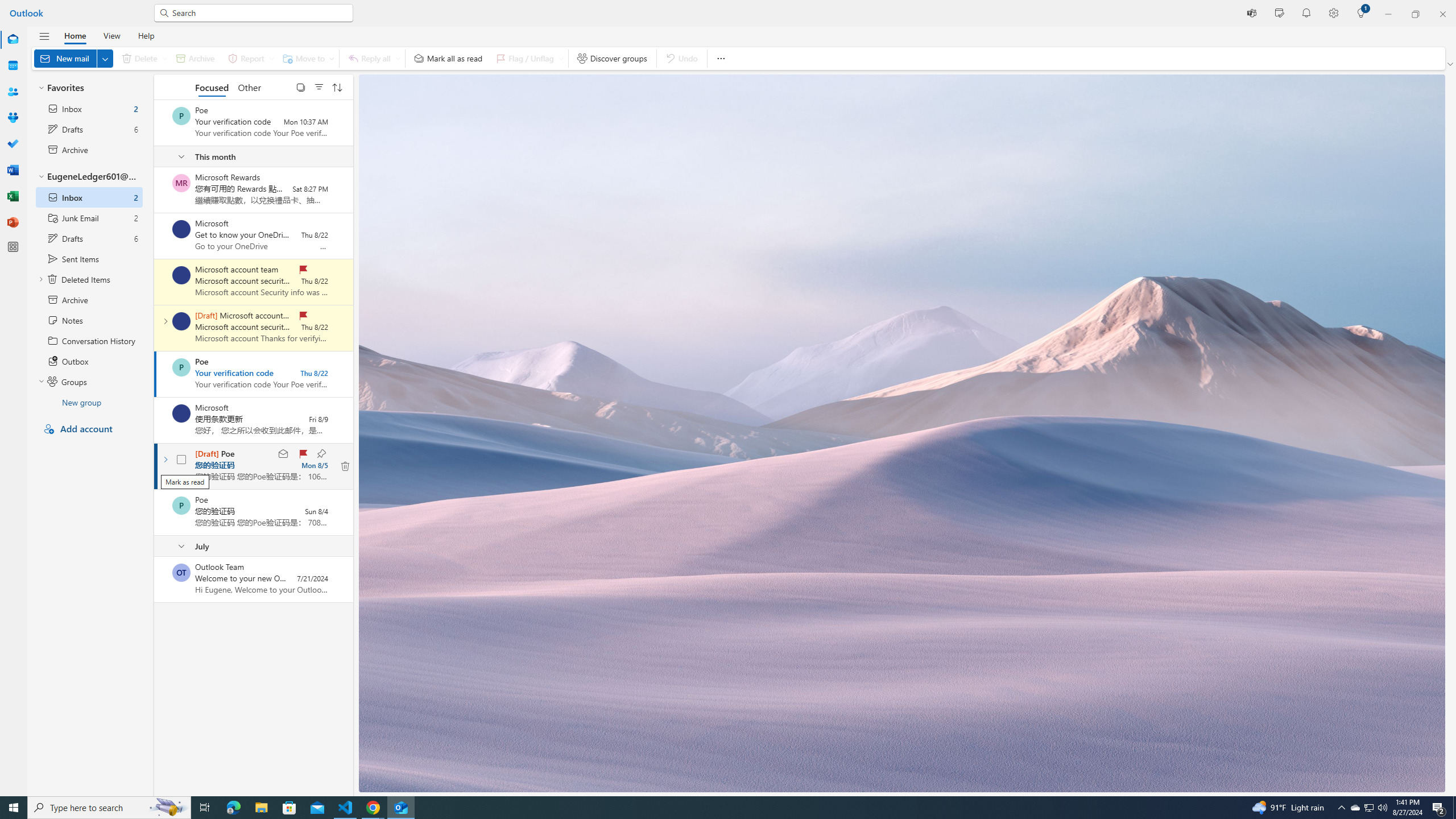 This screenshot has height=819, width=1456. I want to click on 'Excel', so click(13, 196).